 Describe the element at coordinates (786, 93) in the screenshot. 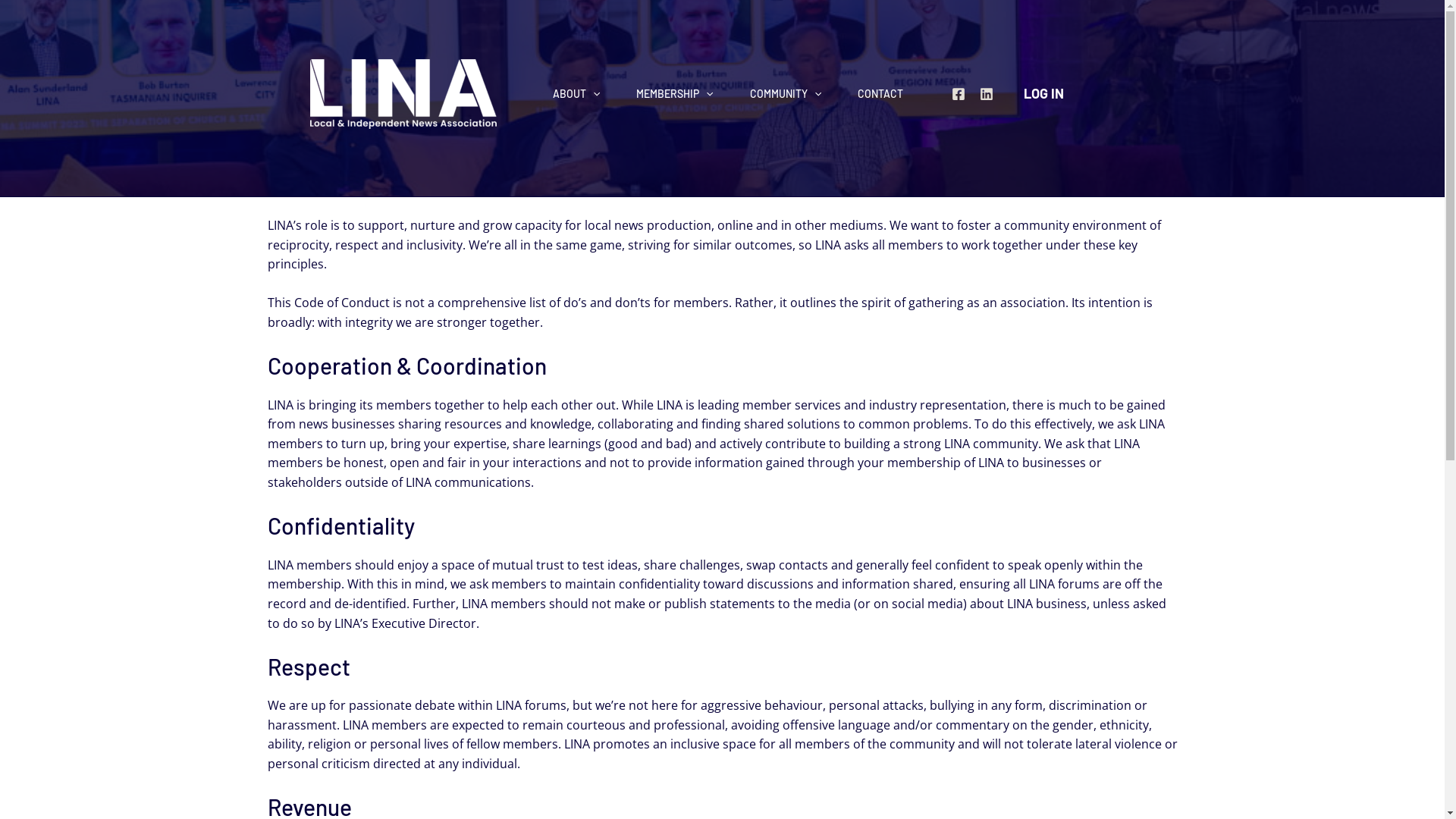

I see `'COMMUNITY'` at that location.